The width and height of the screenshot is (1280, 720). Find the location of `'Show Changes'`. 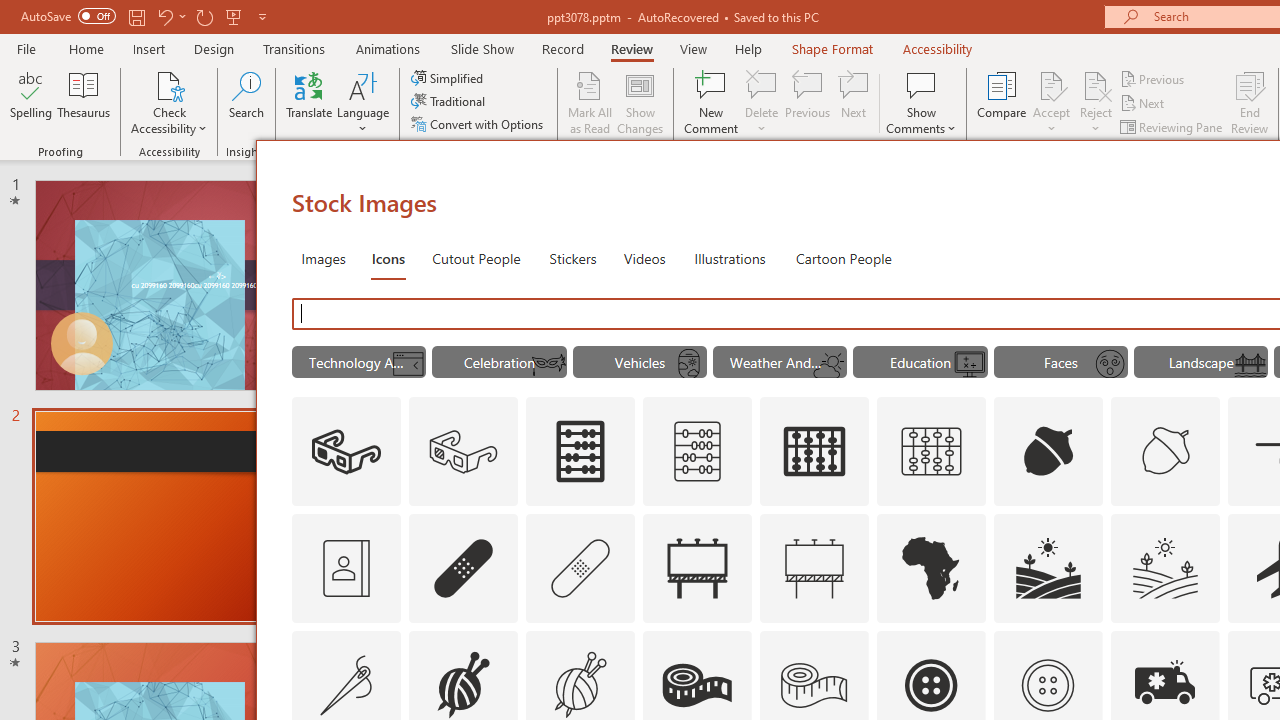

'Show Changes' is located at coordinates (640, 103).